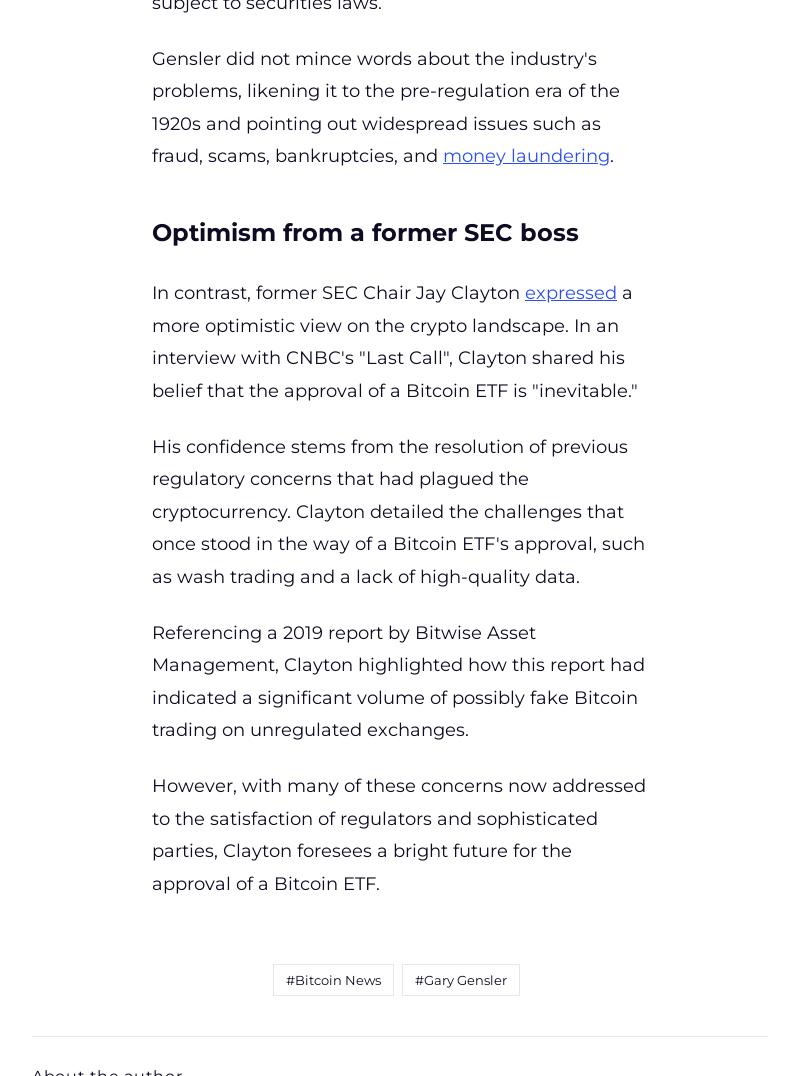 The image size is (800, 1076). What do you see at coordinates (523, 291) in the screenshot?
I see `'expressed'` at bounding box center [523, 291].